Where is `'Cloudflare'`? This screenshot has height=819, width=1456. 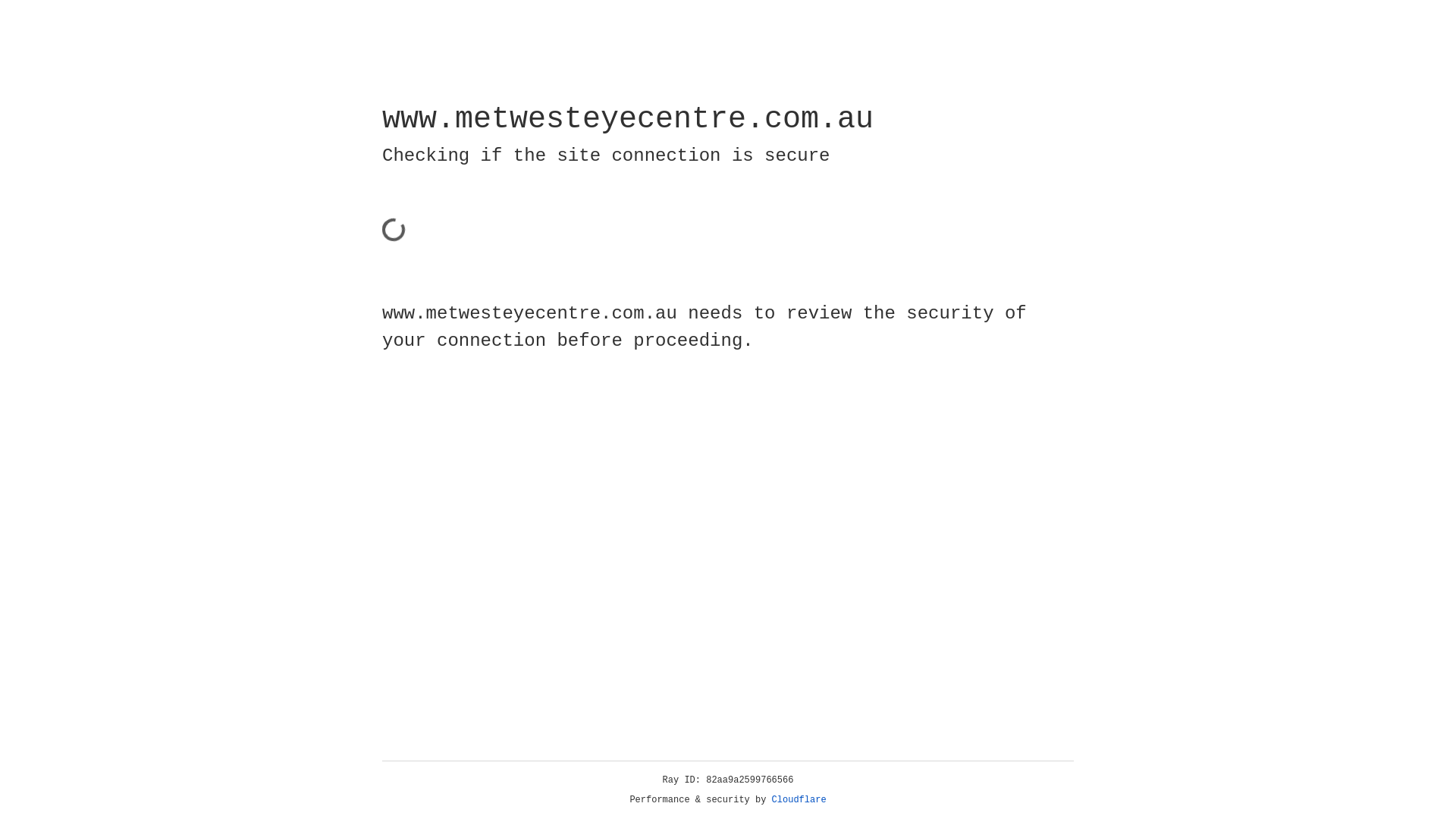
'Cloudflare' is located at coordinates (799, 799).